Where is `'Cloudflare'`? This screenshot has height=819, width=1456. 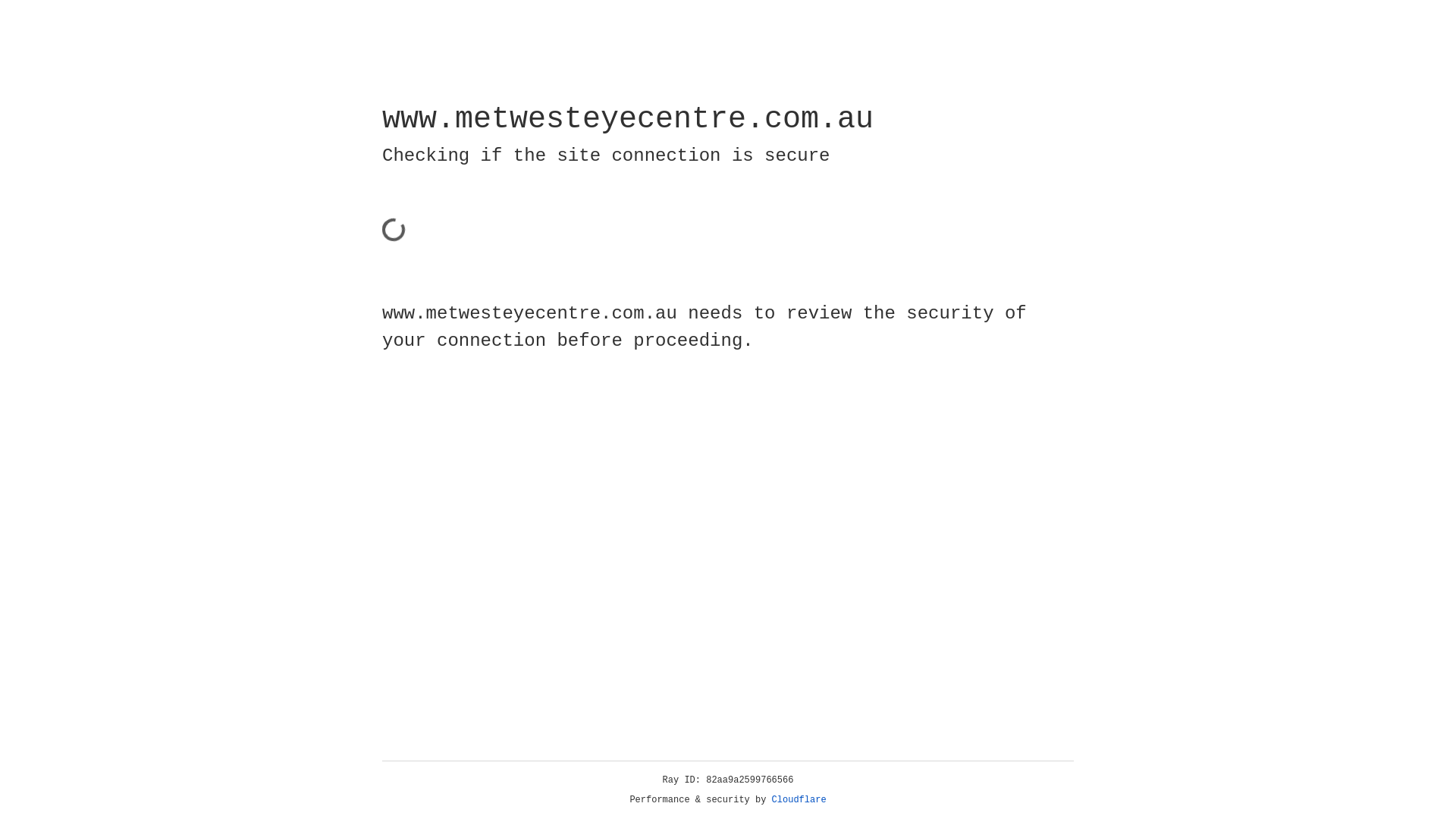
'Cloudflare' is located at coordinates (799, 799).